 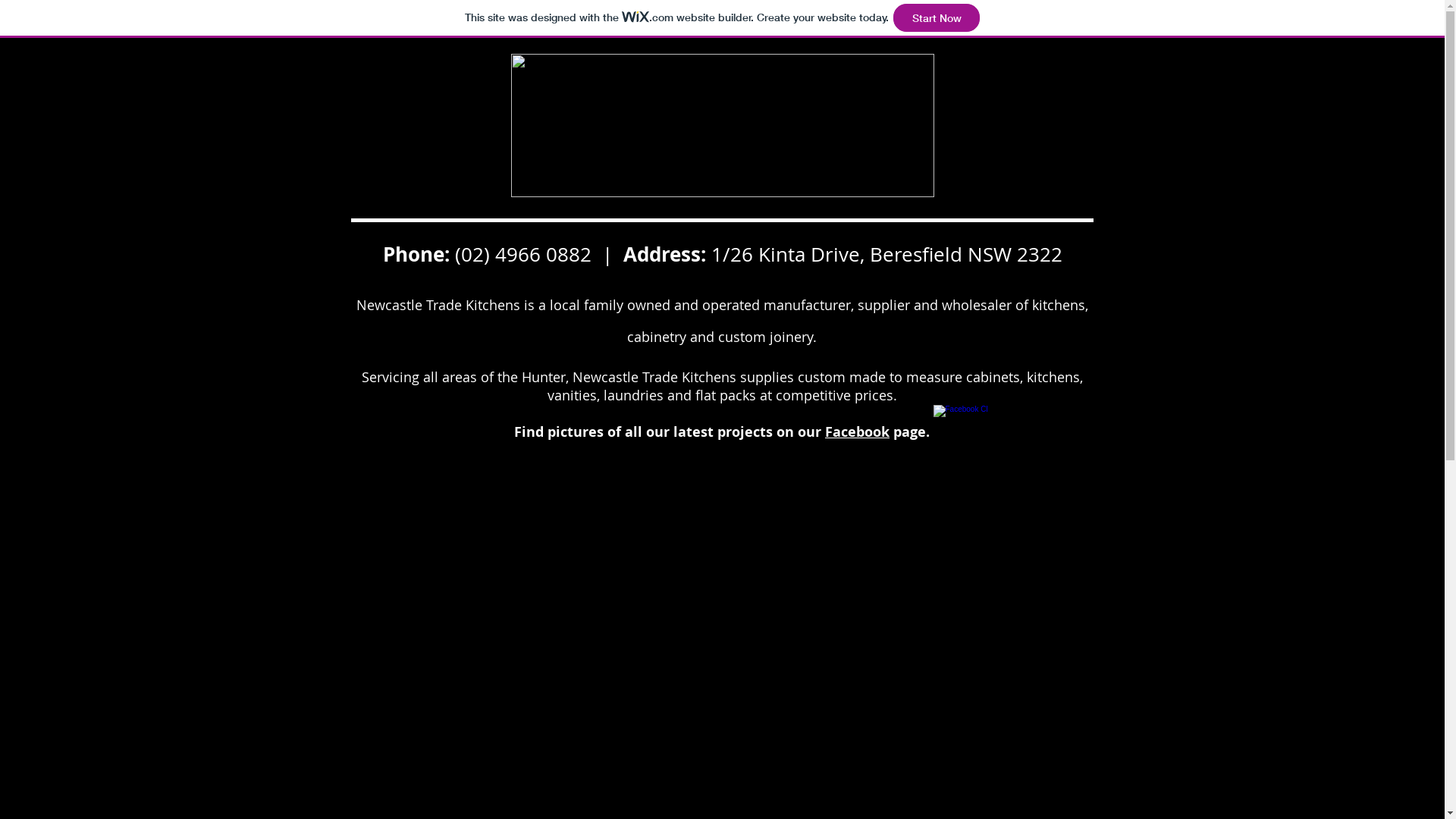 What do you see at coordinates (857, 431) in the screenshot?
I see `'Facebook'` at bounding box center [857, 431].